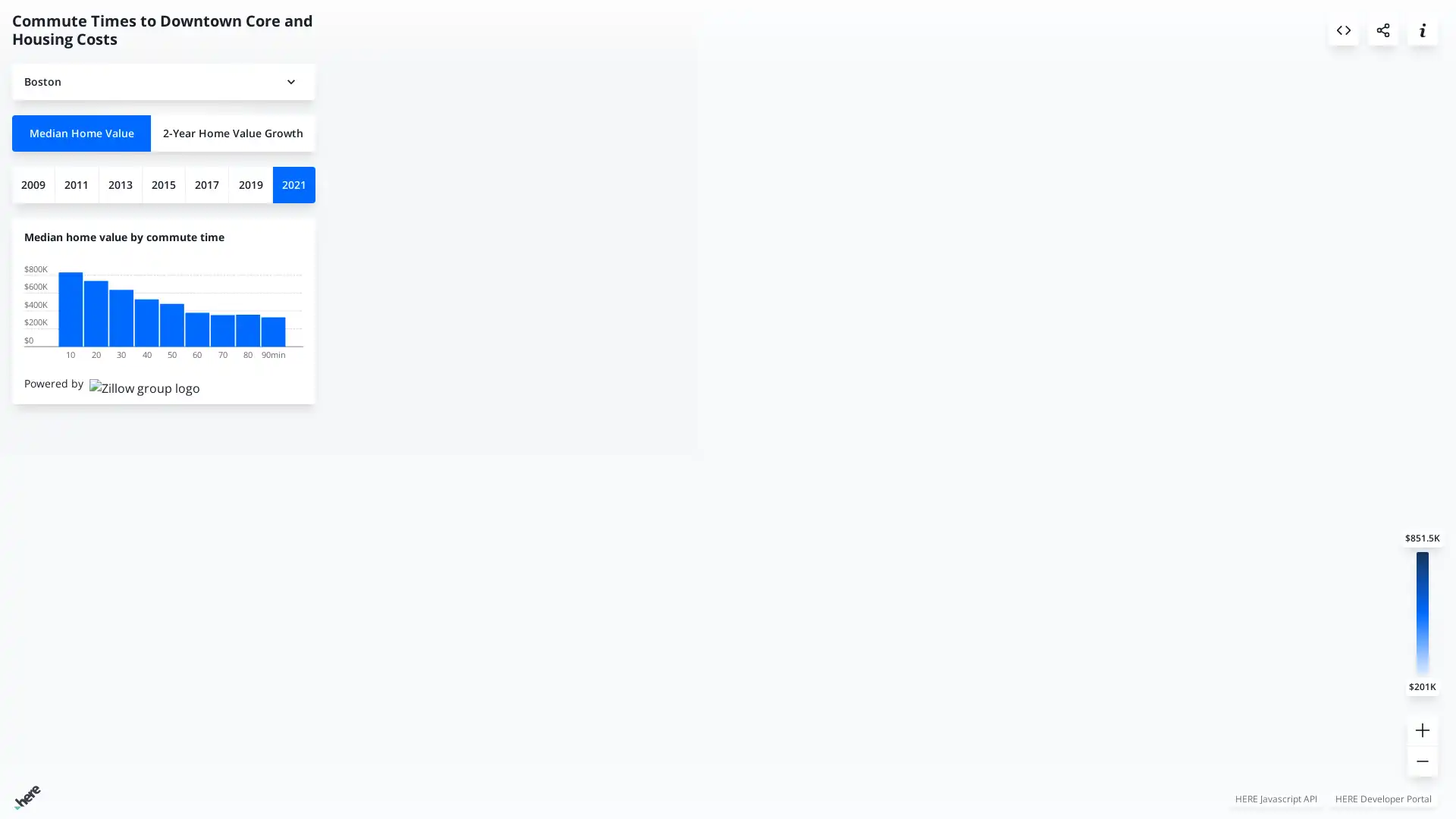 This screenshot has height=819, width=1456. Describe the element at coordinates (1422, 730) in the screenshot. I see `Zoom in` at that location.